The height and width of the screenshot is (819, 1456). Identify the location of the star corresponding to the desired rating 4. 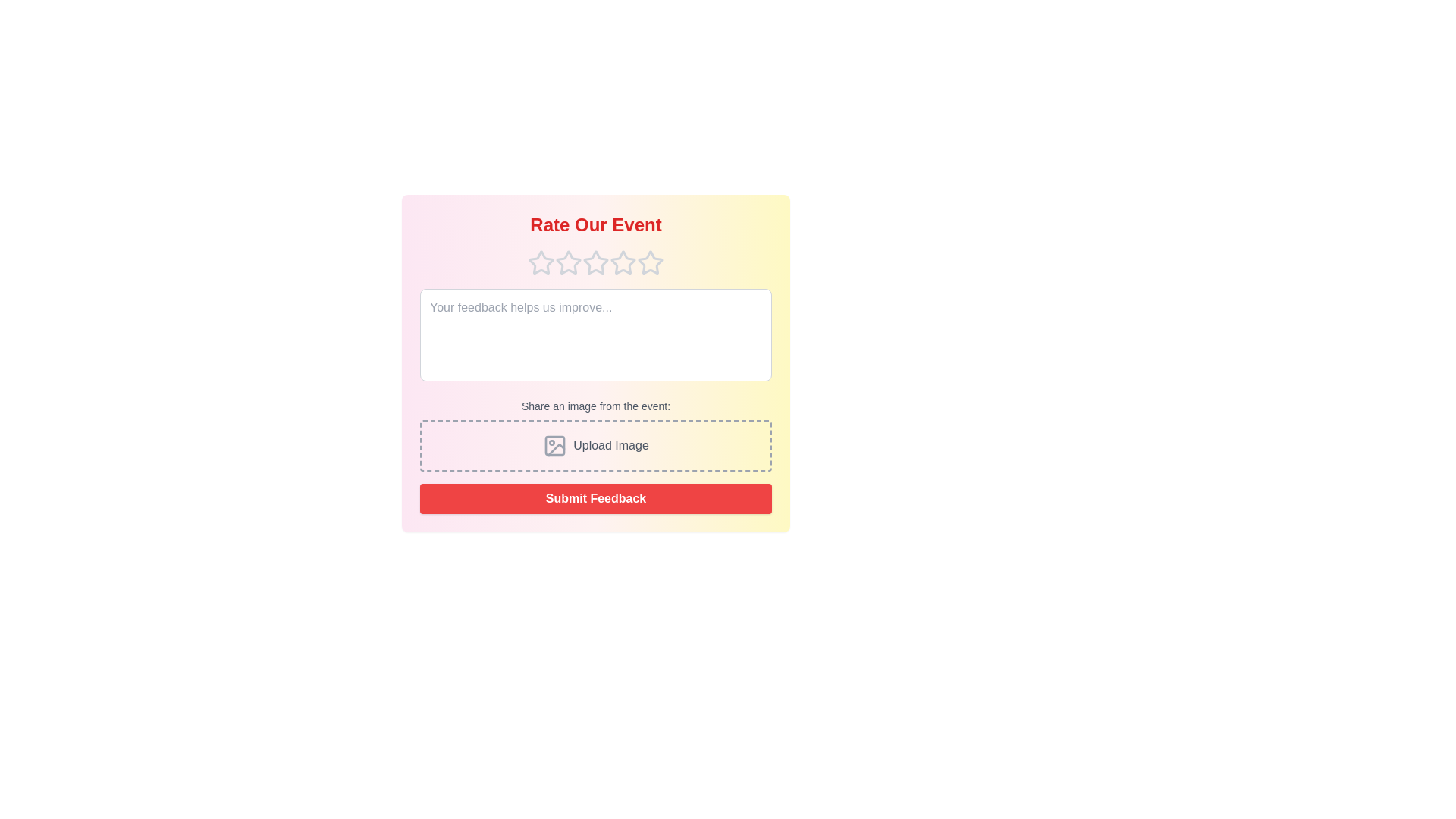
(623, 262).